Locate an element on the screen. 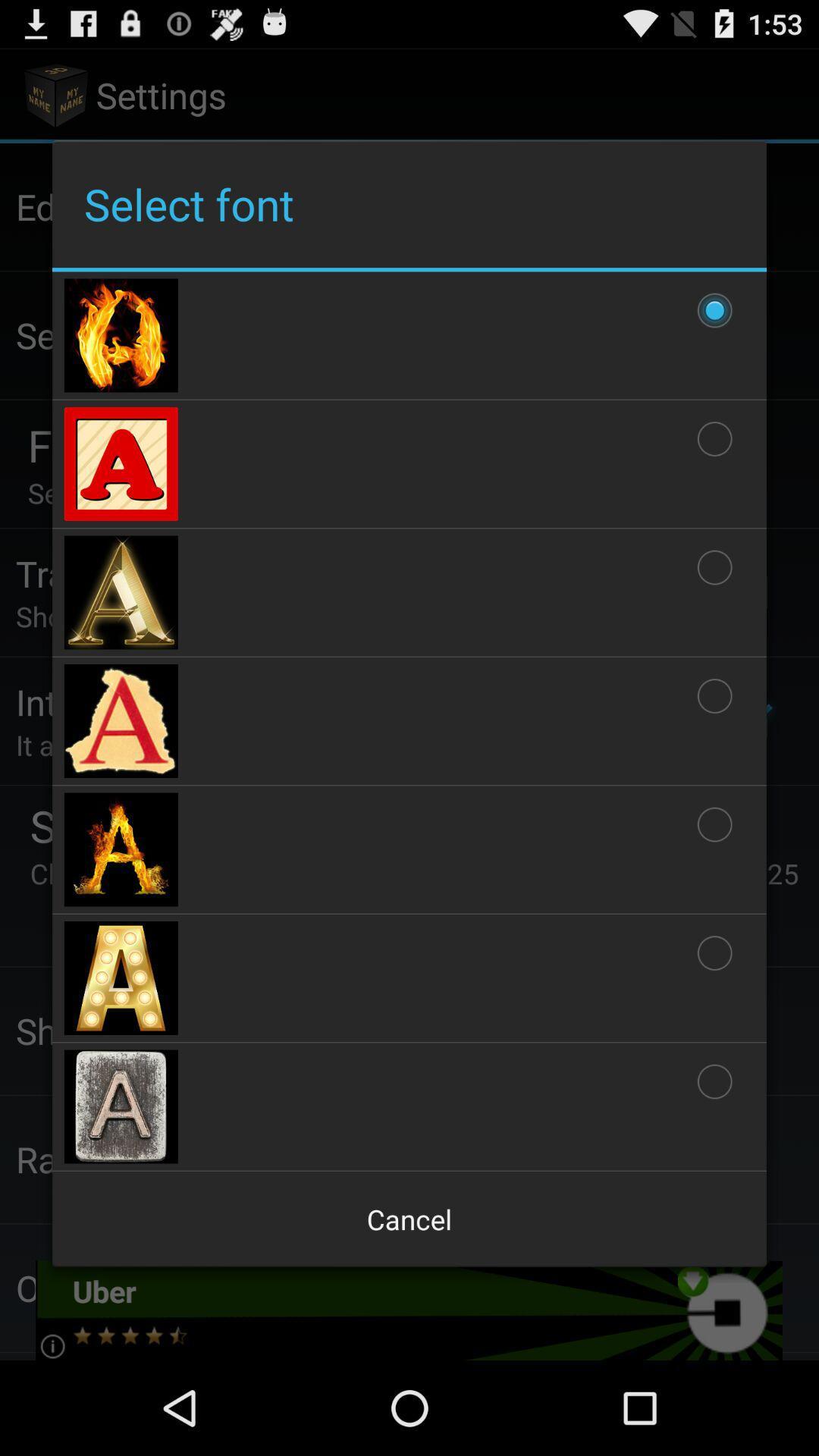  the app below is located at coordinates (409, 1219).